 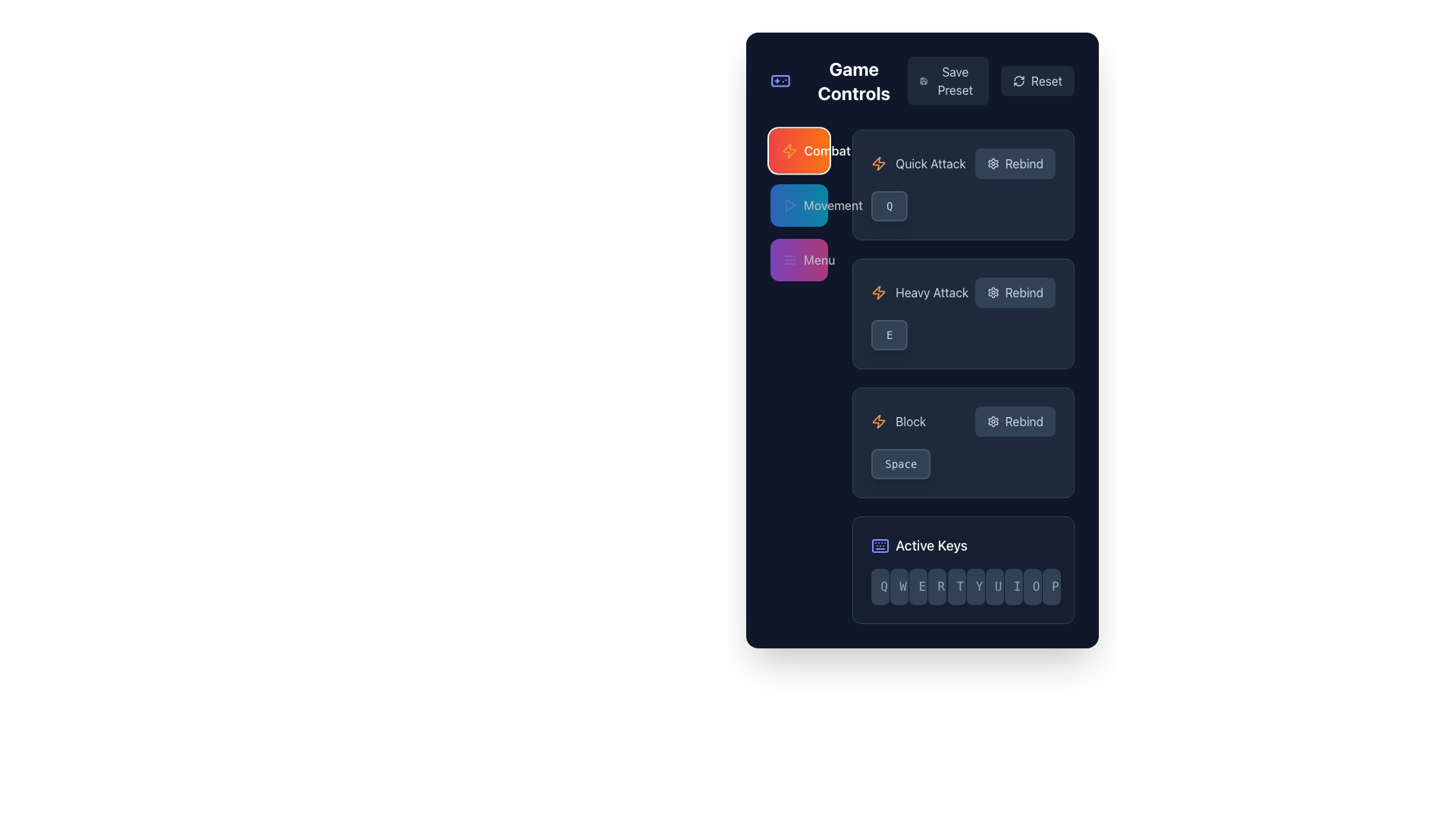 I want to click on the eighth button labeled 'I' in the 'Active Keys' section, styled in dark slate blue with light slate gray text, so click(x=1013, y=586).